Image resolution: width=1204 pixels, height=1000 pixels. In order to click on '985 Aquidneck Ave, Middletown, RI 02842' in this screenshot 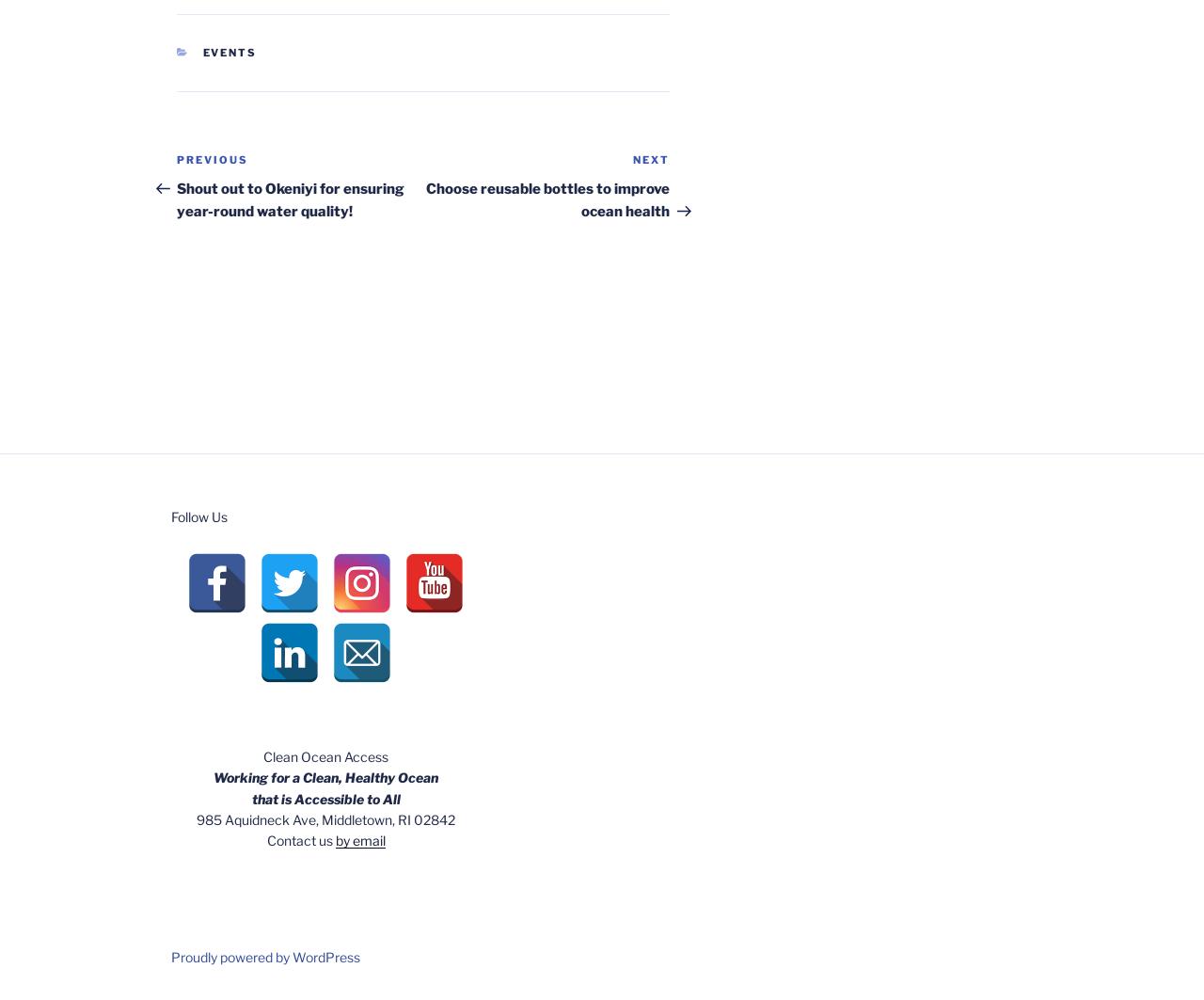, I will do `click(325, 817)`.